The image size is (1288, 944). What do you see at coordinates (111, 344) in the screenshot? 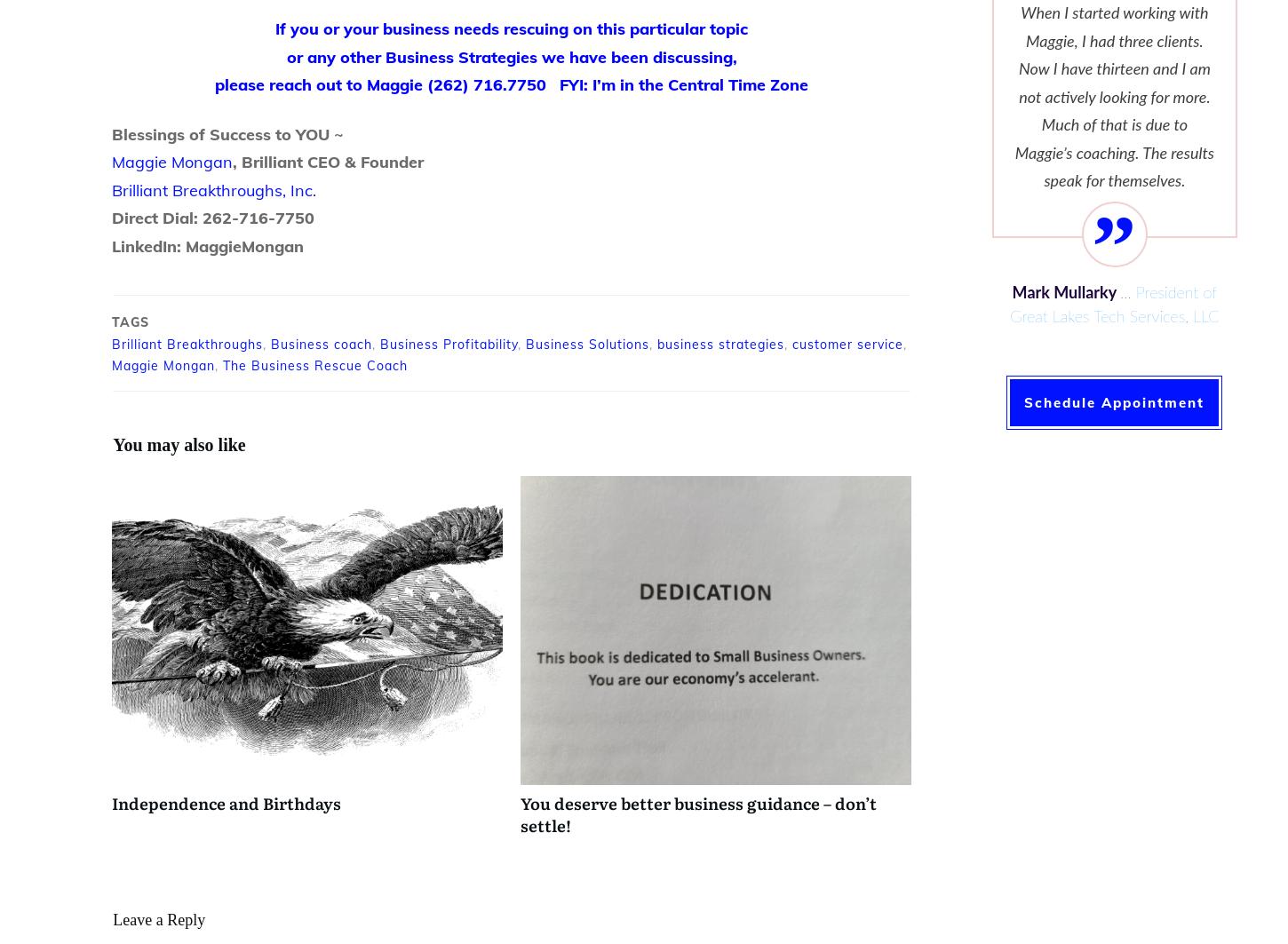
I see `'Brilliant Breakthroughs'` at bounding box center [111, 344].